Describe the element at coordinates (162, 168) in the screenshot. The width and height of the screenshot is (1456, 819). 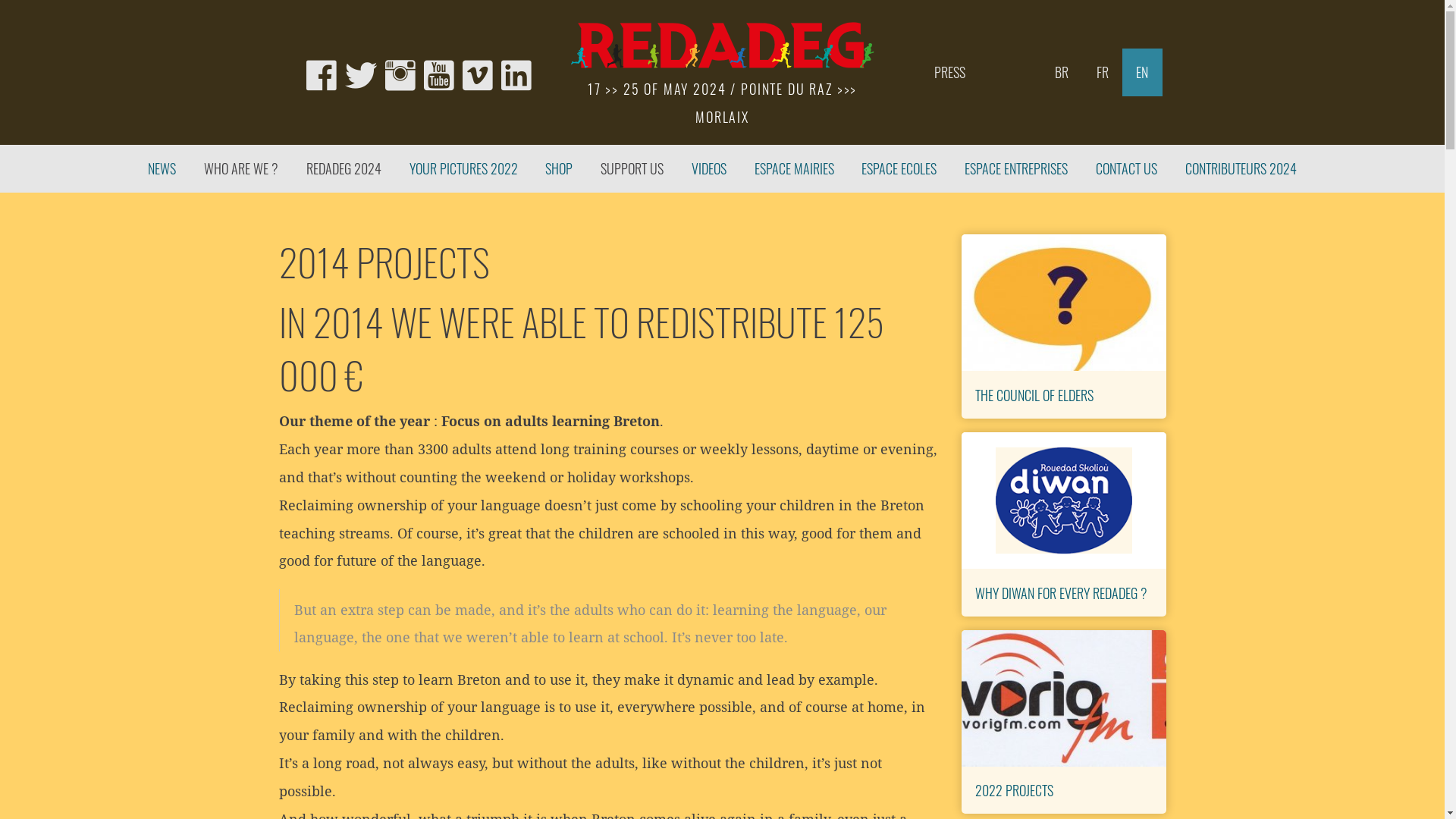
I see `'NEWS'` at that location.